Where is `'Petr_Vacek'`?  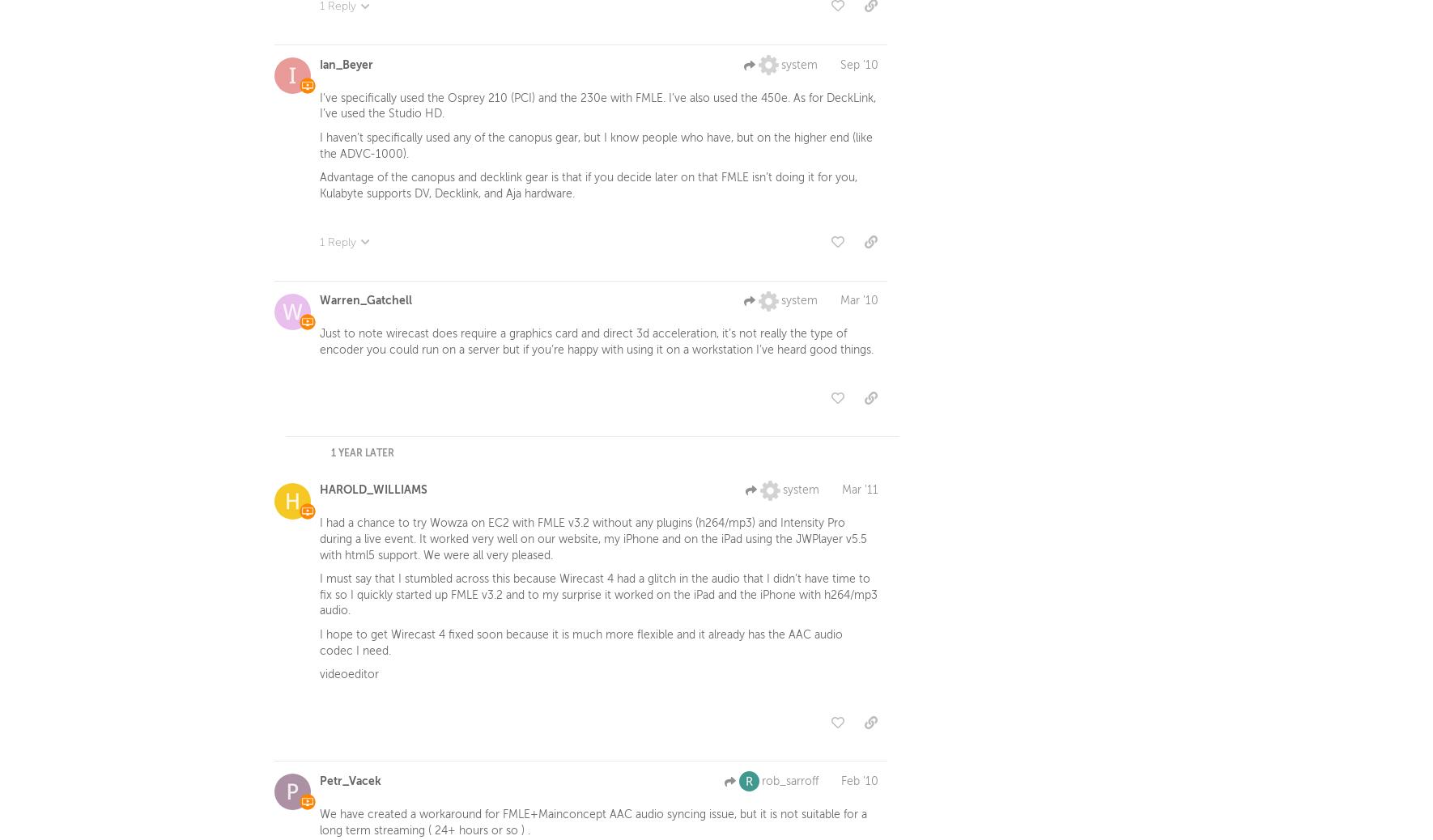
'Petr_Vacek' is located at coordinates (319, 783).